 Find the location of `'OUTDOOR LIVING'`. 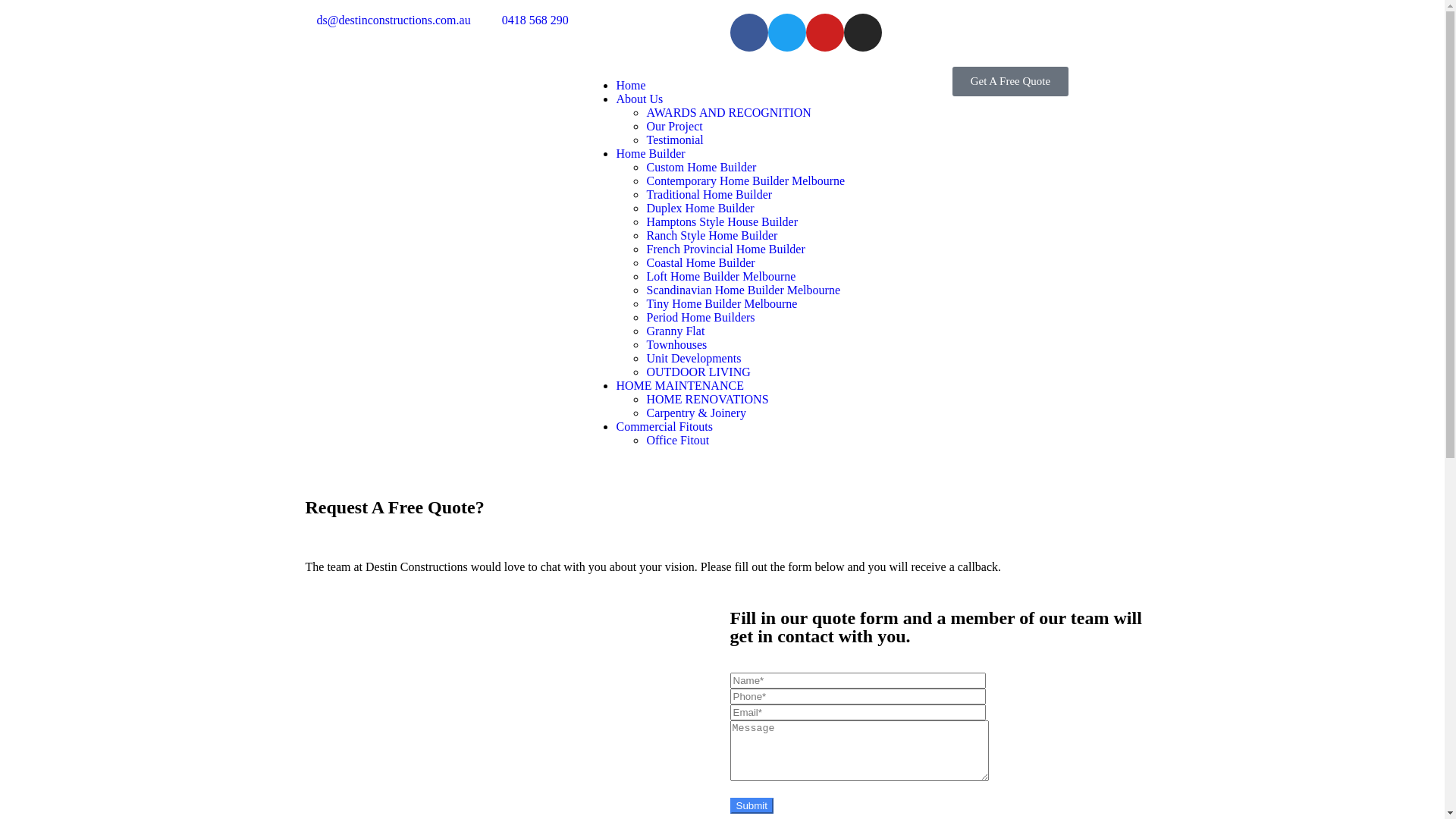

'OUTDOOR LIVING' is located at coordinates (697, 372).